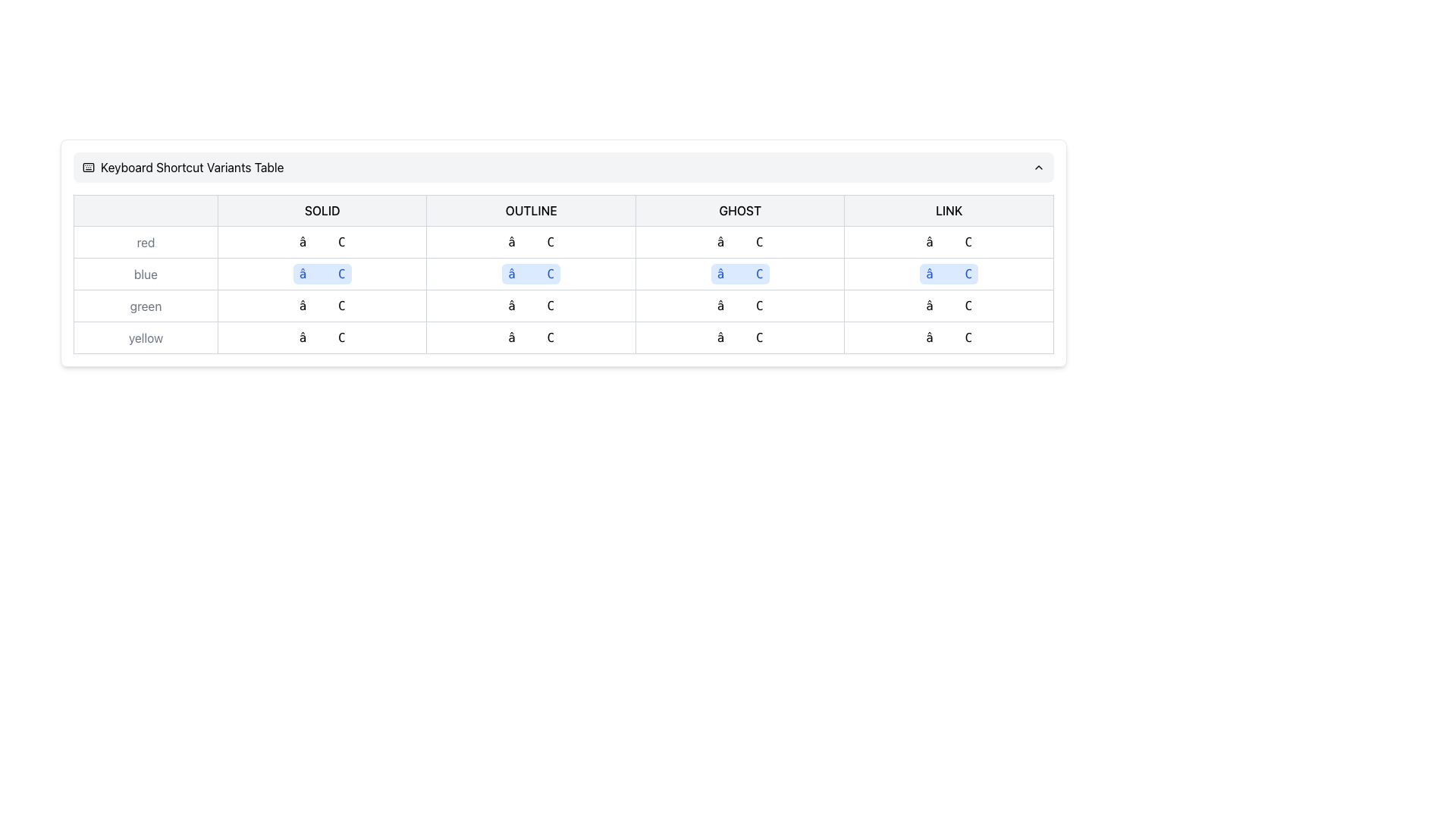 The image size is (1456, 819). Describe the element at coordinates (146, 241) in the screenshot. I see `text from the label indicating the color 'red', which is located in the first column of the top row in the table` at that location.